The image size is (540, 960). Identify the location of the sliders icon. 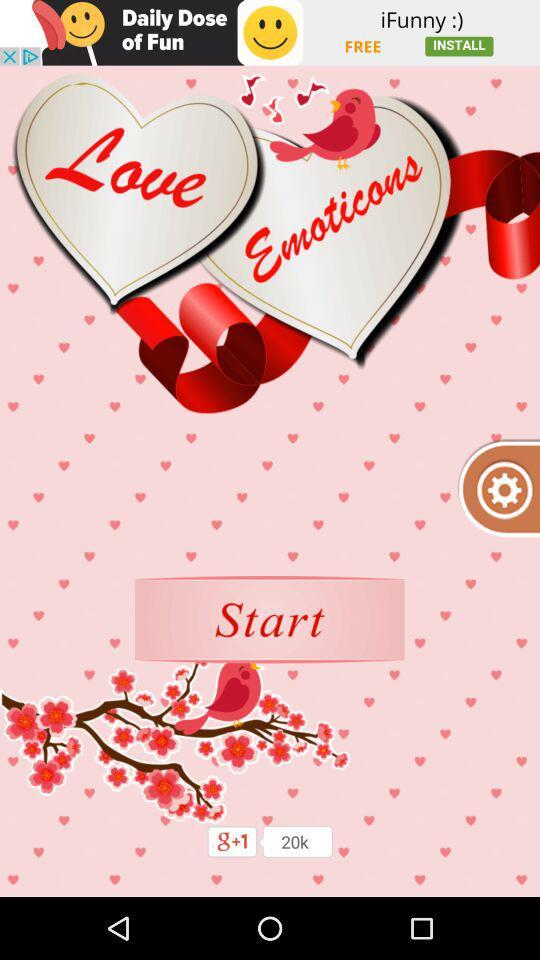
(269, 663).